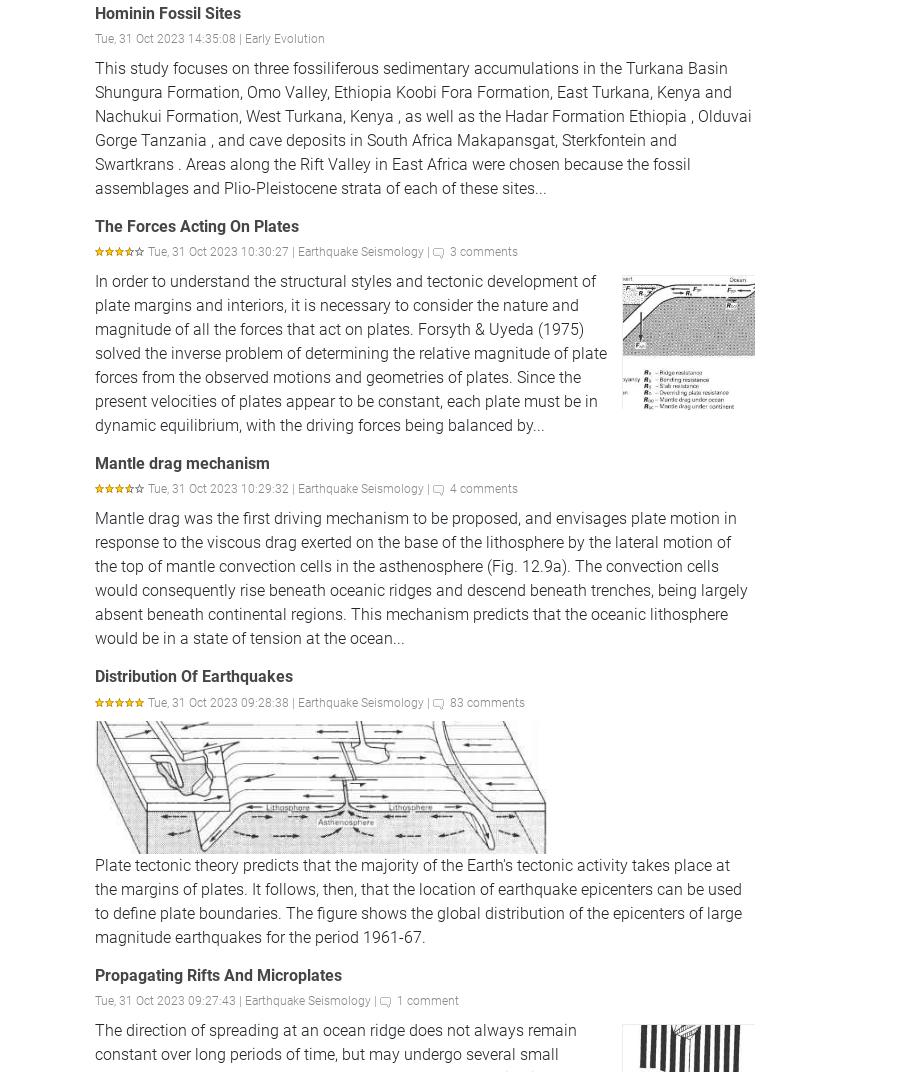 The width and height of the screenshot is (904, 1072). What do you see at coordinates (218, 973) in the screenshot?
I see `'Propagating Rifts And Microplates'` at bounding box center [218, 973].